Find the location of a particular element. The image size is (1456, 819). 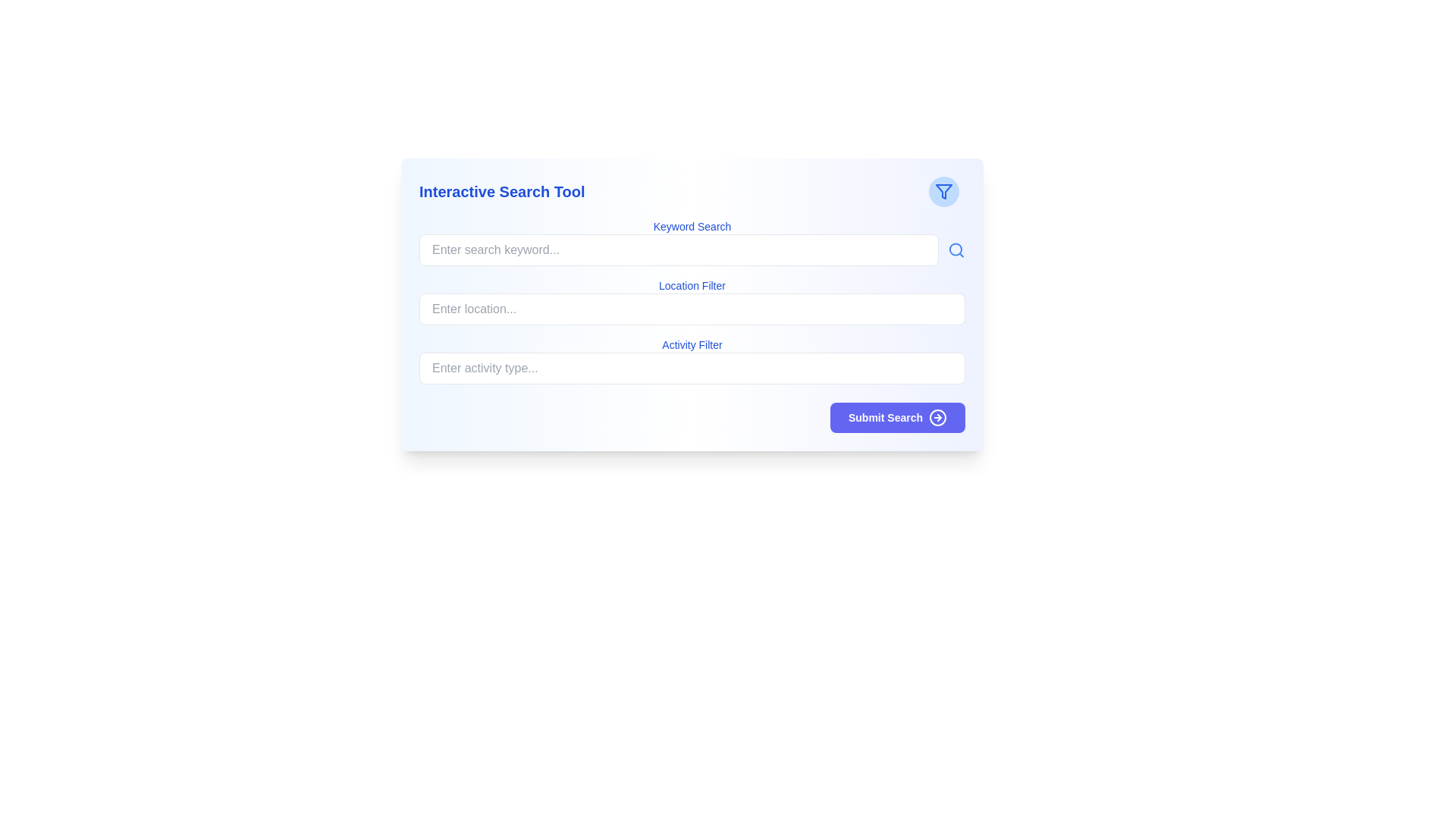

the text label displaying 'Location Filter' in blue font, which is positioned above the input field in the middle section of the interface is located at coordinates (691, 286).